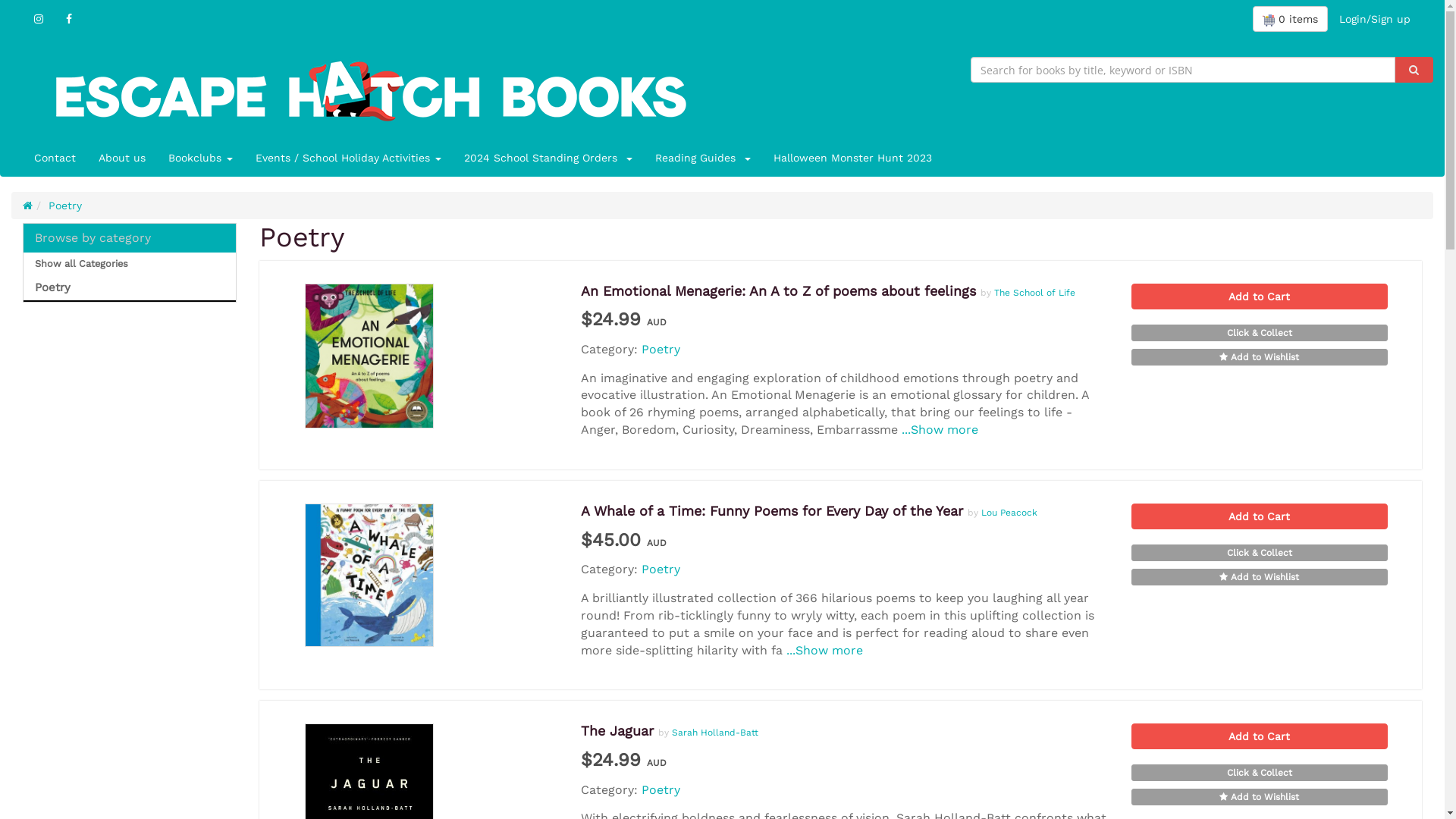  I want to click on 'Reading Guides  ', so click(701, 158).